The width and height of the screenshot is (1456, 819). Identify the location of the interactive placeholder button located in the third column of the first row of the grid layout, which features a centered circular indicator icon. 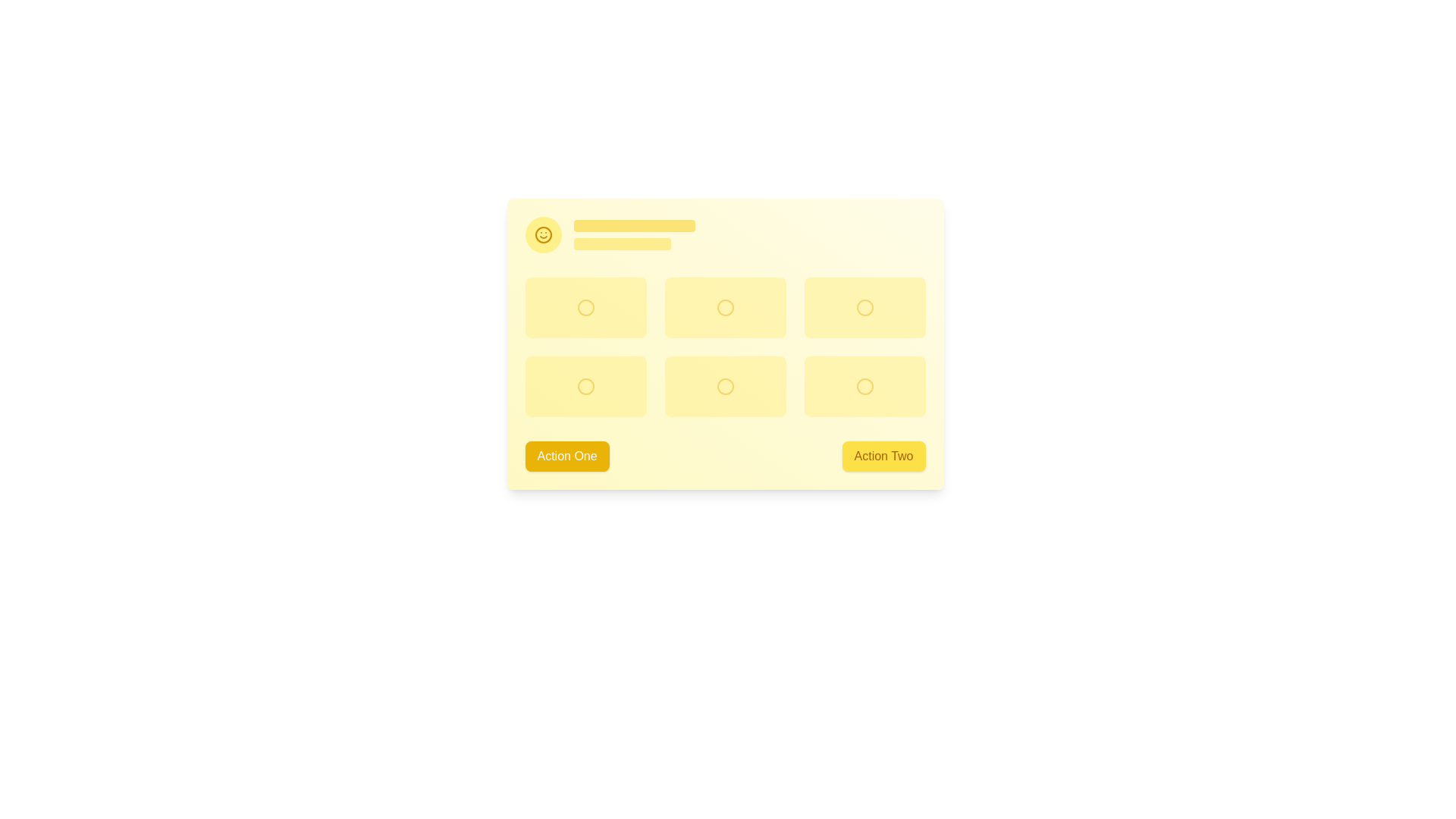
(864, 307).